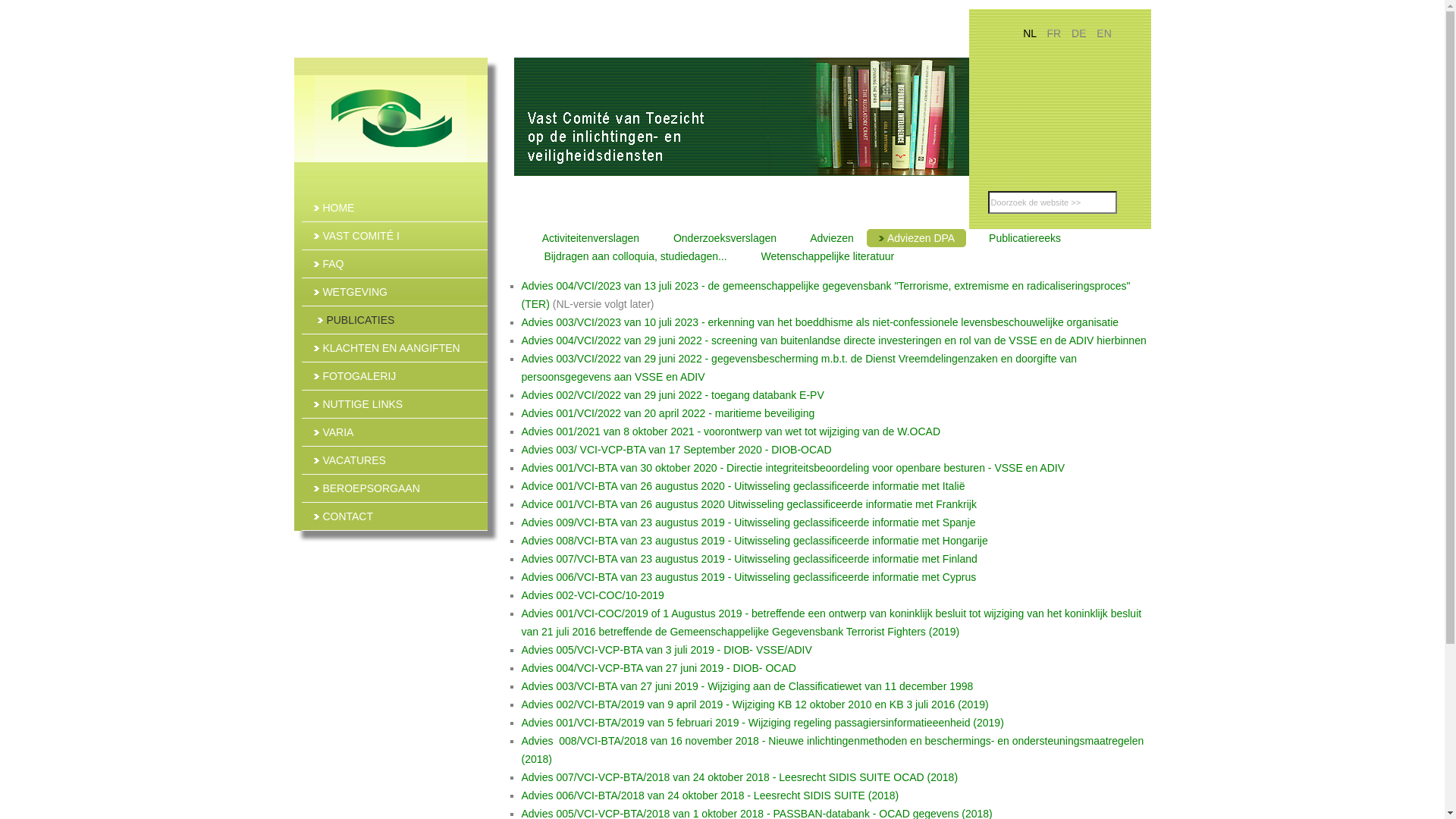  I want to click on 'Advies 002/VCI/2022 van 29 juni 2022 - toegang databank E-PV', so click(672, 394).